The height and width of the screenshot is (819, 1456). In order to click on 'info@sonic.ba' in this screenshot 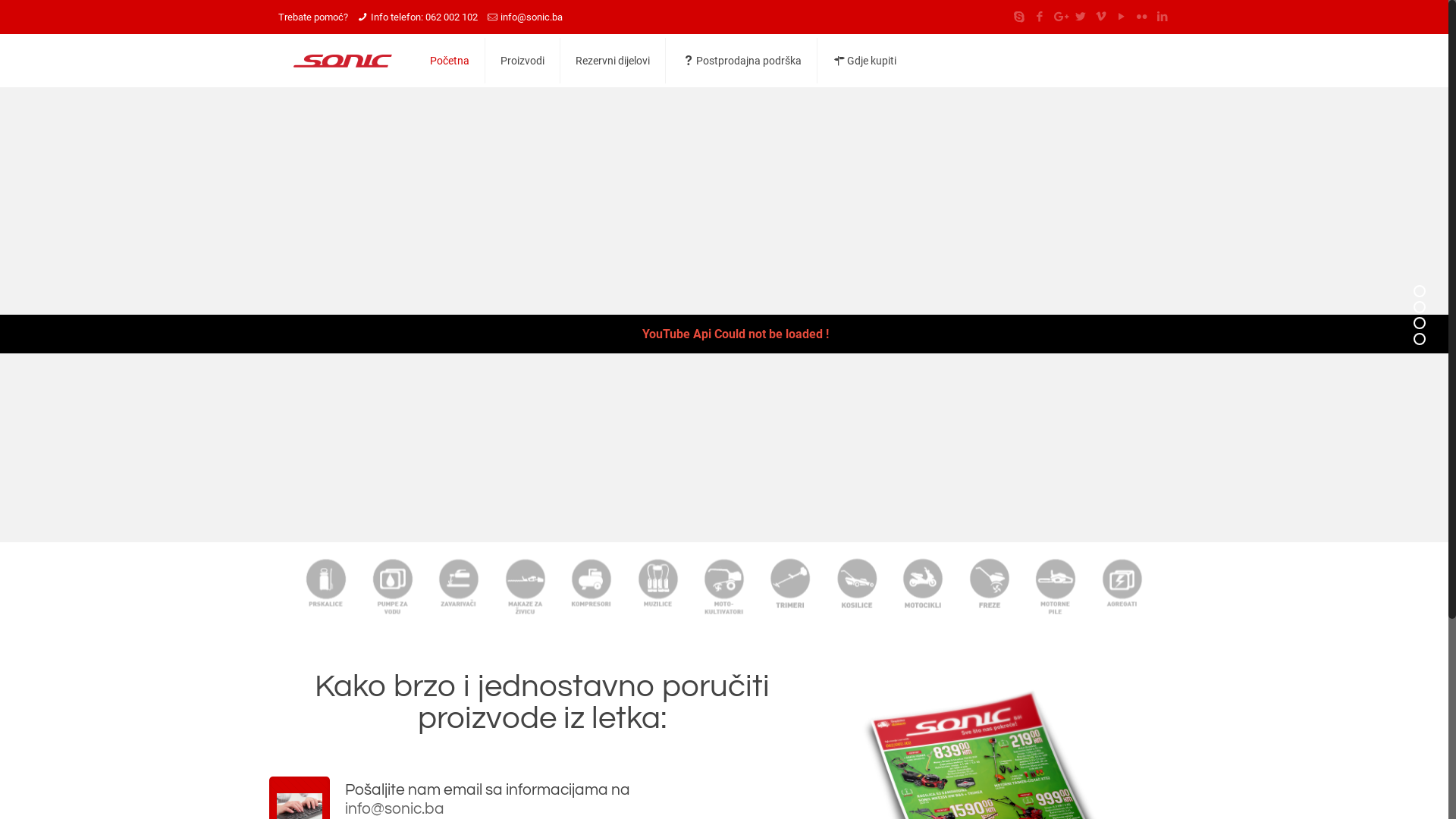, I will do `click(531, 17)`.